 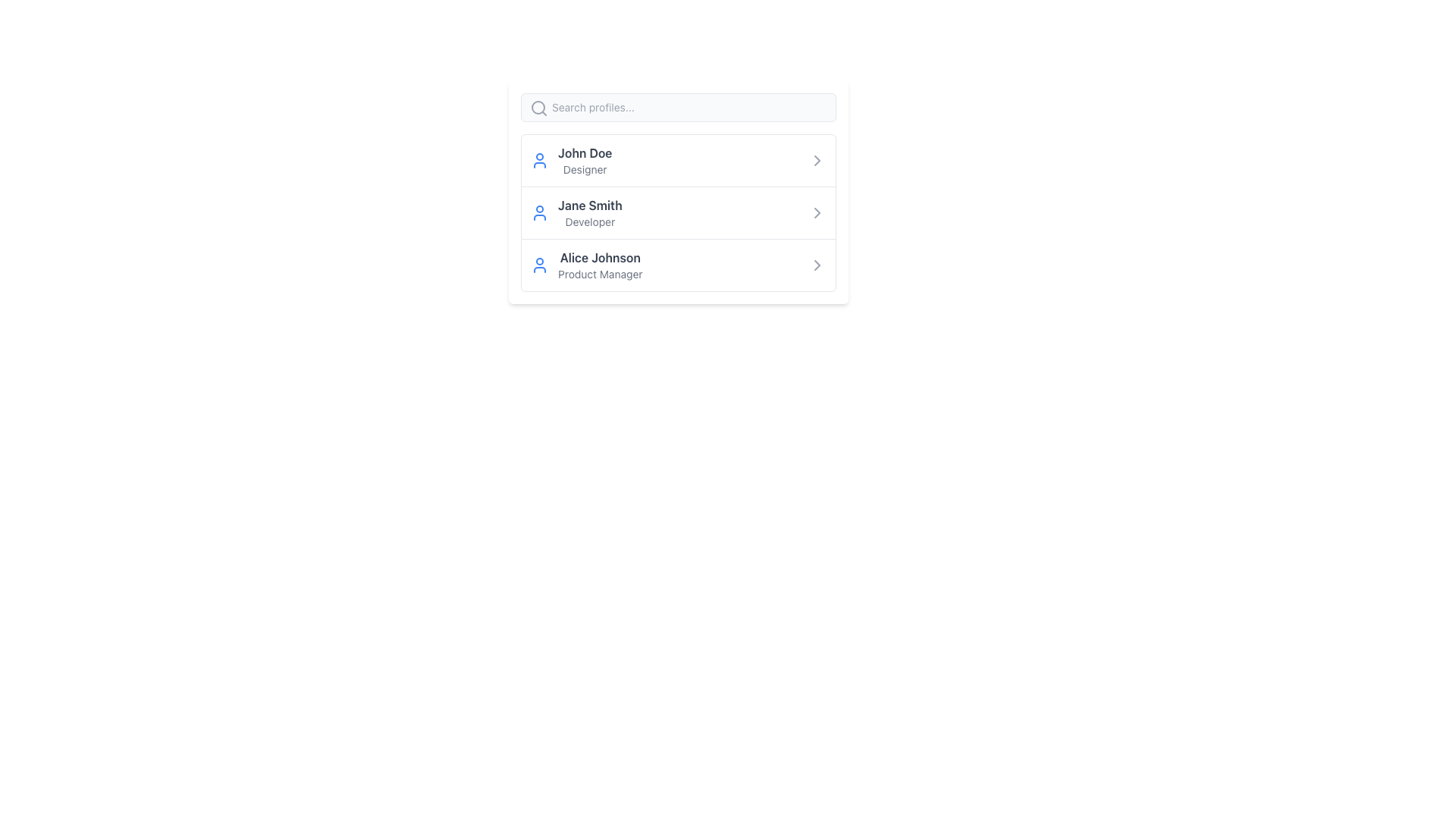 I want to click on the profile entry for 'Alice Johnson - Product Manager' located in the third row of the vertical list, so click(x=677, y=263).